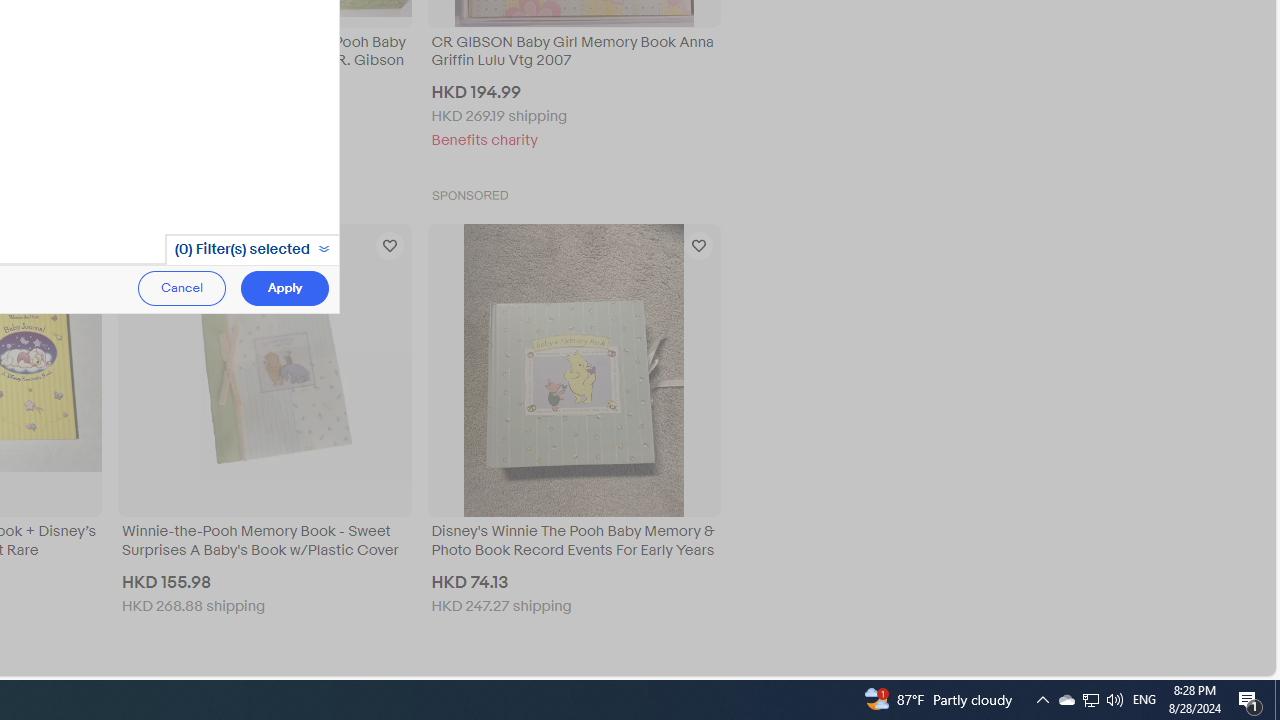 This screenshot has width=1280, height=720. I want to click on '(0) Filter(s) selected', so click(250, 248).